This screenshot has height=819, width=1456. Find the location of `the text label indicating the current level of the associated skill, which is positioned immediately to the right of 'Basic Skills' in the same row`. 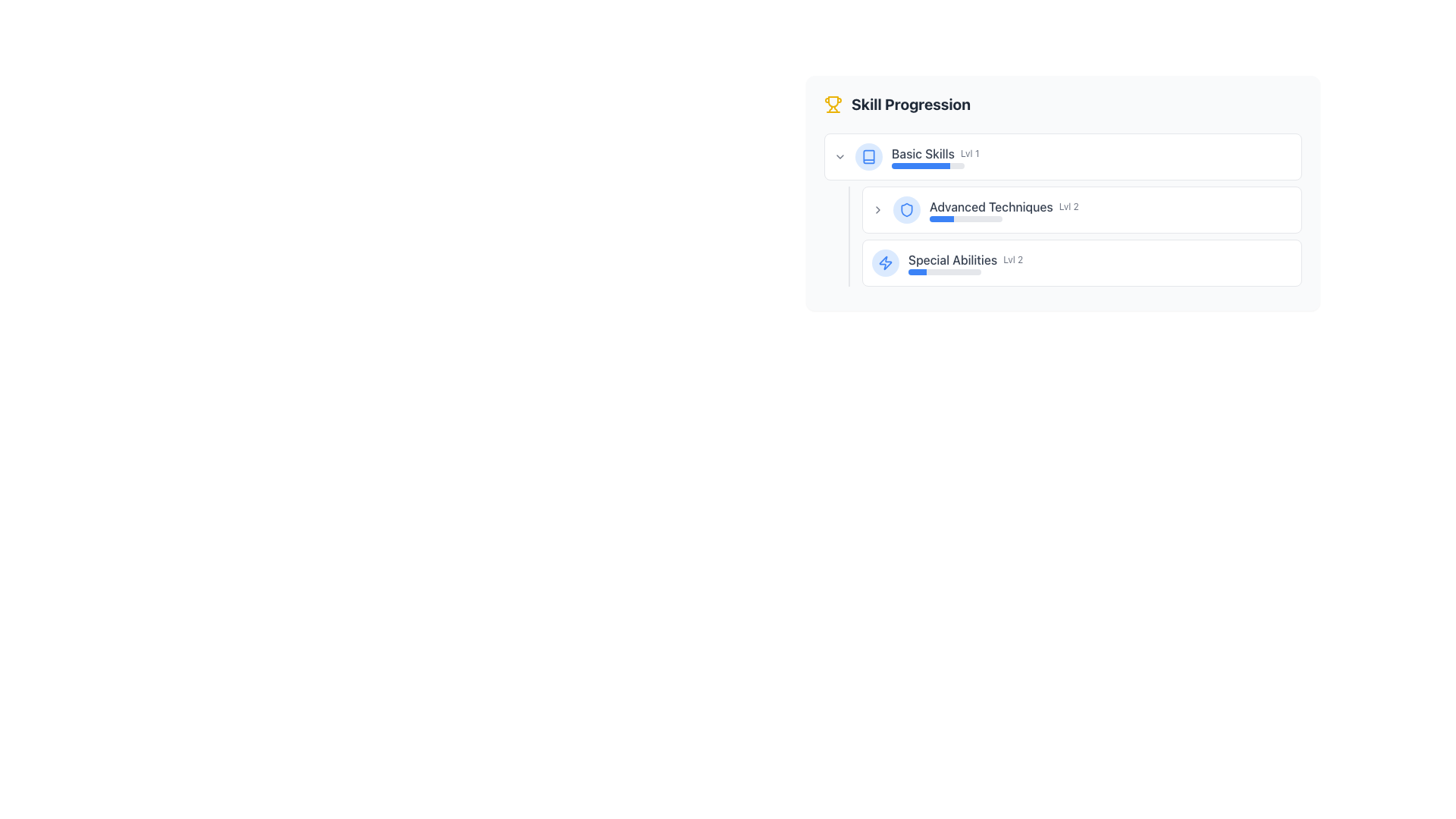

the text label indicating the current level of the associated skill, which is positioned immediately to the right of 'Basic Skills' in the same row is located at coordinates (969, 154).